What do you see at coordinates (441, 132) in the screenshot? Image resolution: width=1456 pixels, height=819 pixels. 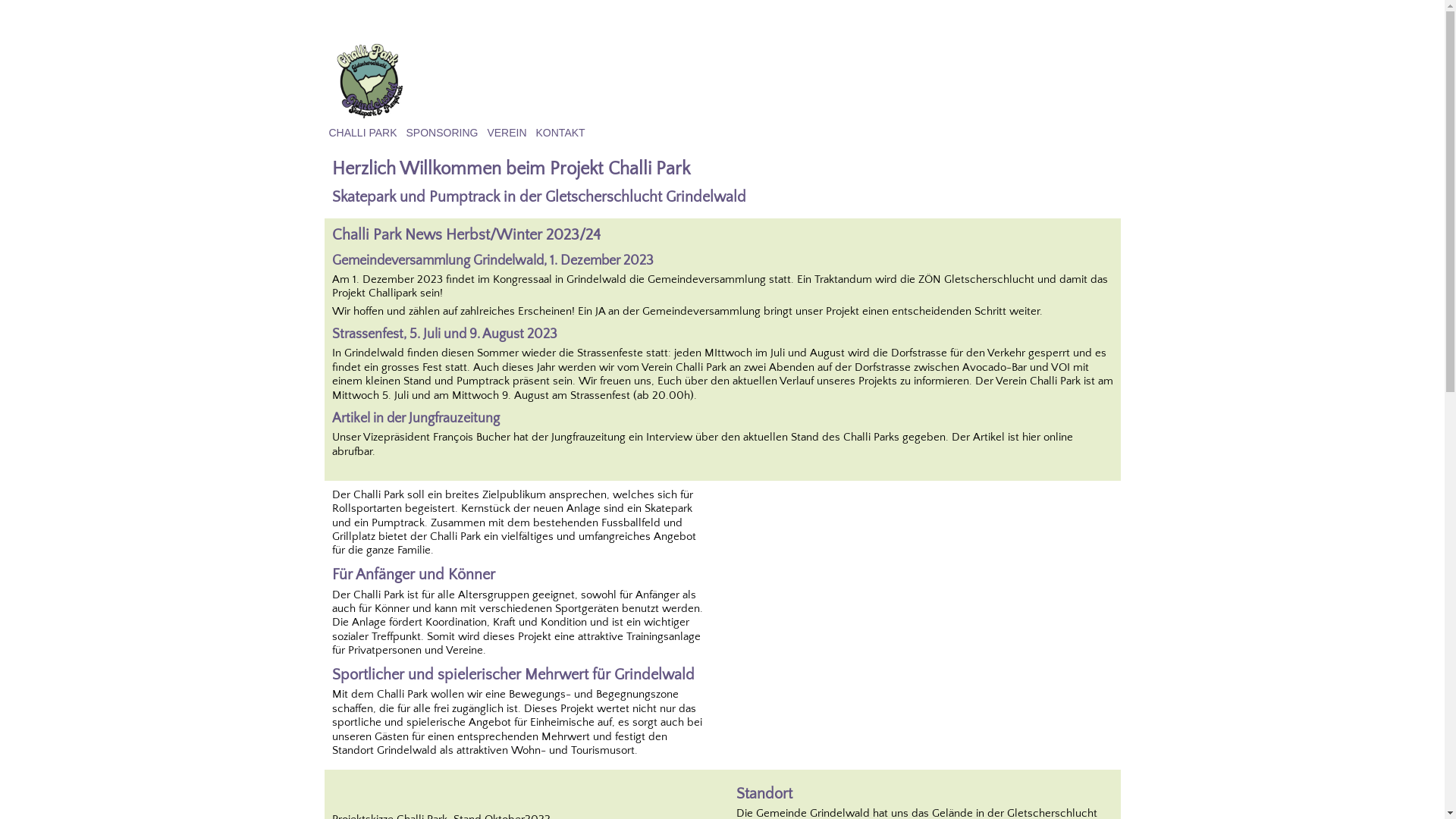 I see `'SPONSORING'` at bounding box center [441, 132].